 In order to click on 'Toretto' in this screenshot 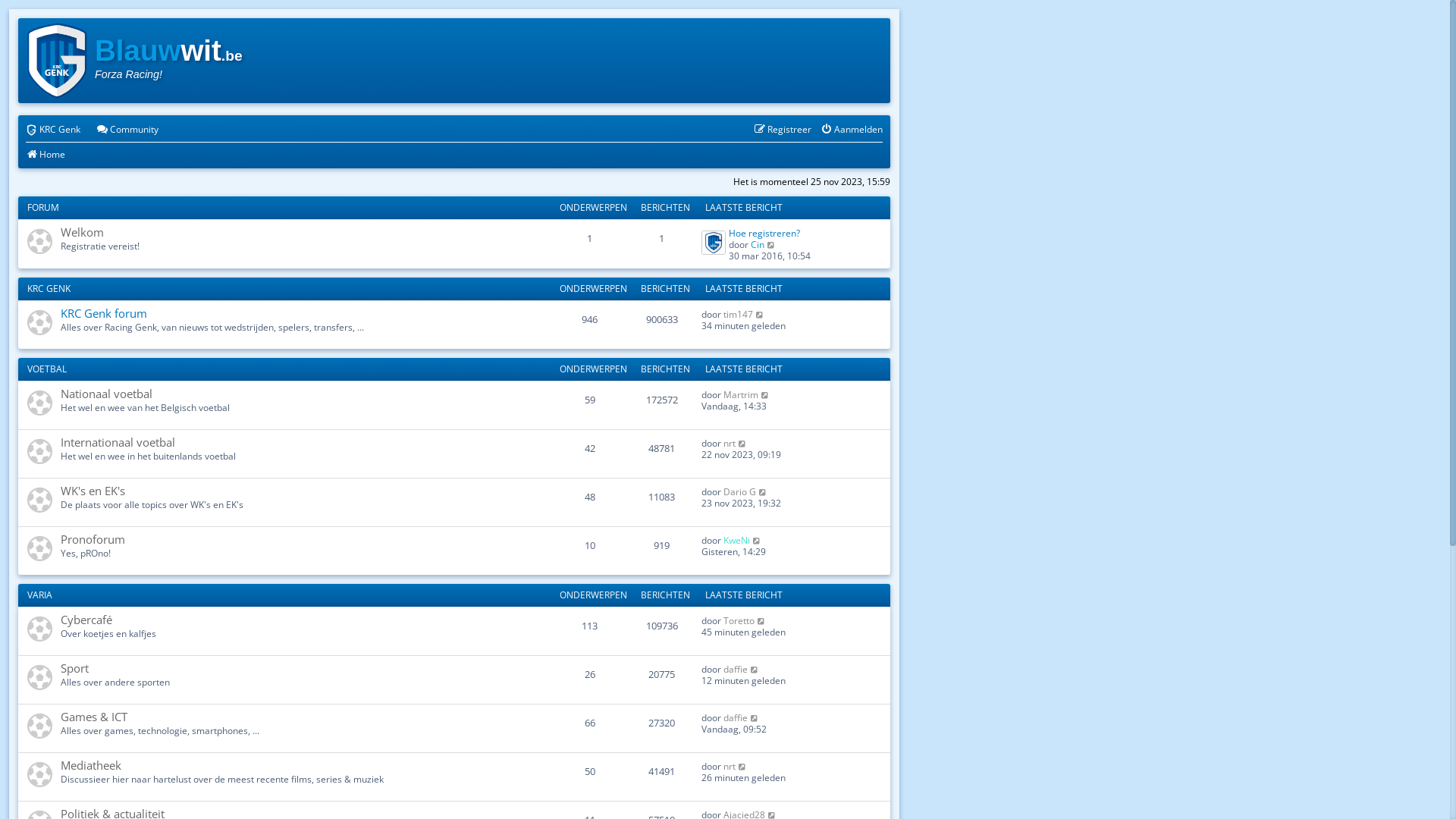, I will do `click(723, 620)`.